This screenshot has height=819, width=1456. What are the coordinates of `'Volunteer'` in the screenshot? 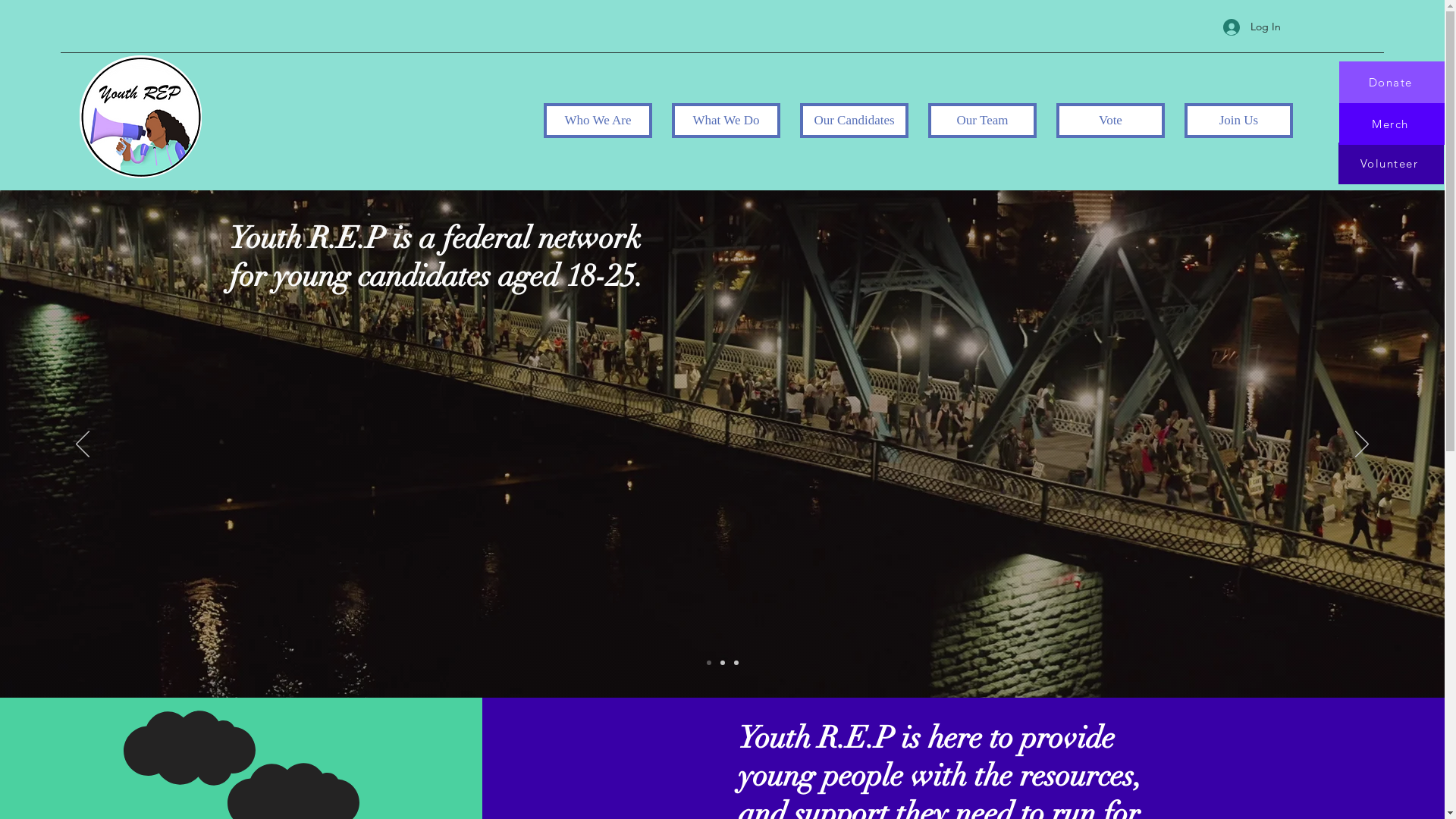 It's located at (1337, 163).